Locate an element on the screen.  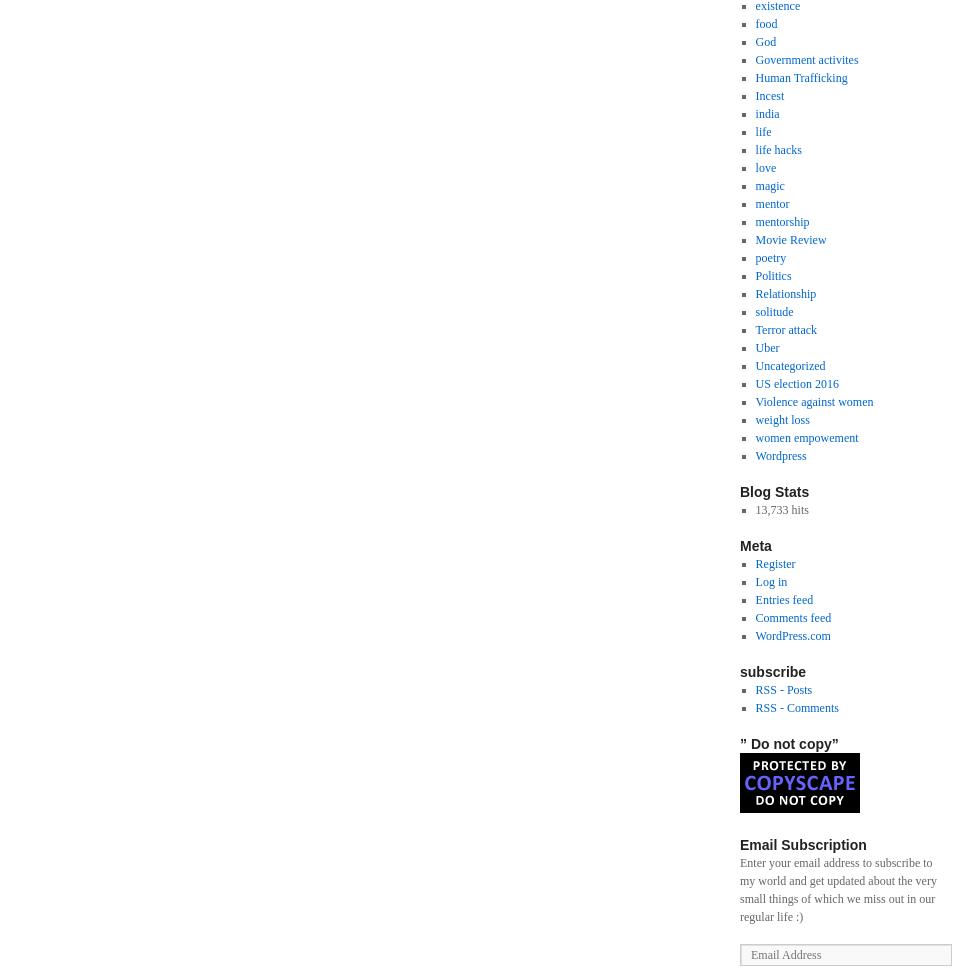
'Register' is located at coordinates (754, 563).